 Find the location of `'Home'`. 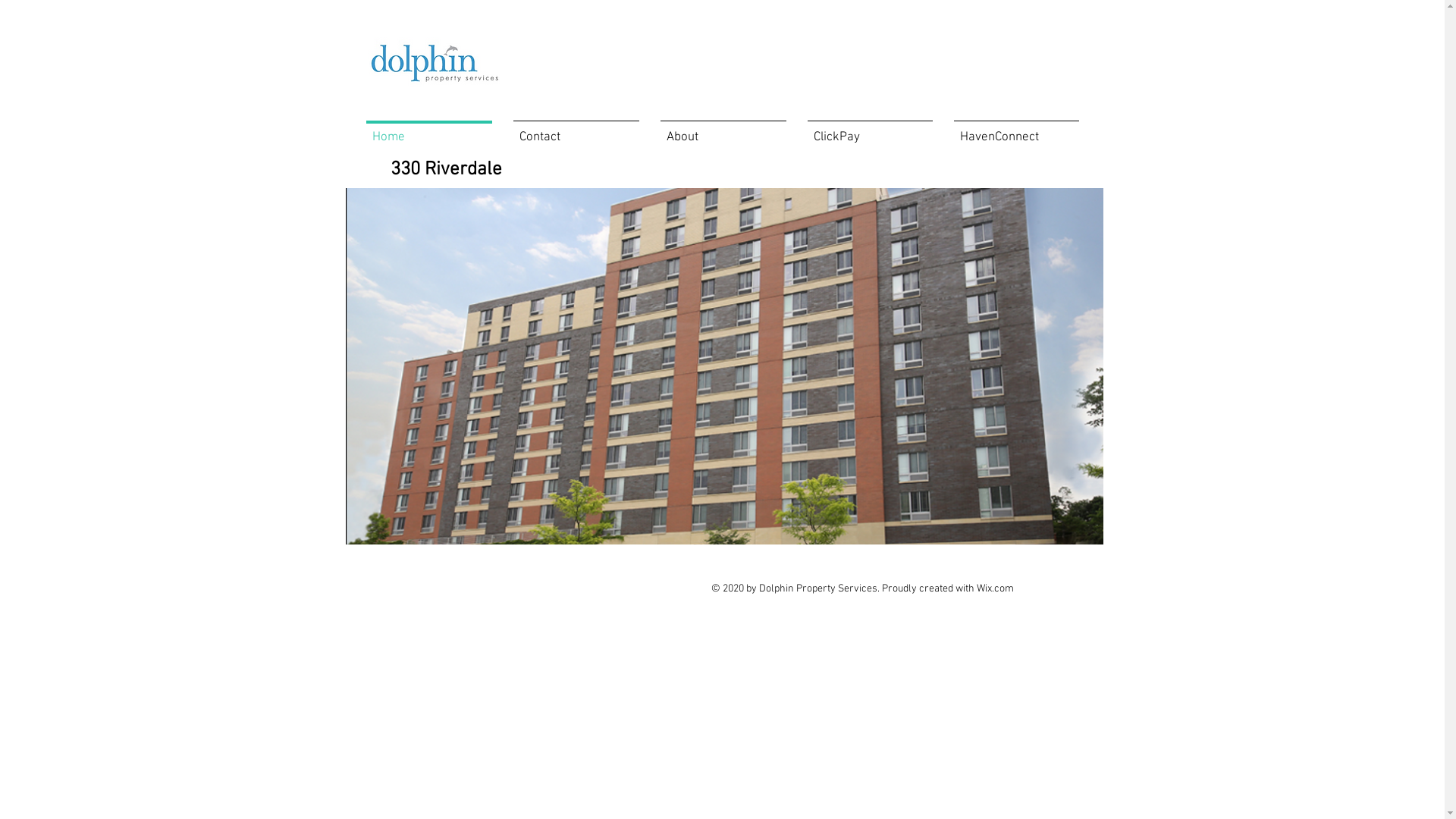

'Home' is located at coordinates (353, 130).